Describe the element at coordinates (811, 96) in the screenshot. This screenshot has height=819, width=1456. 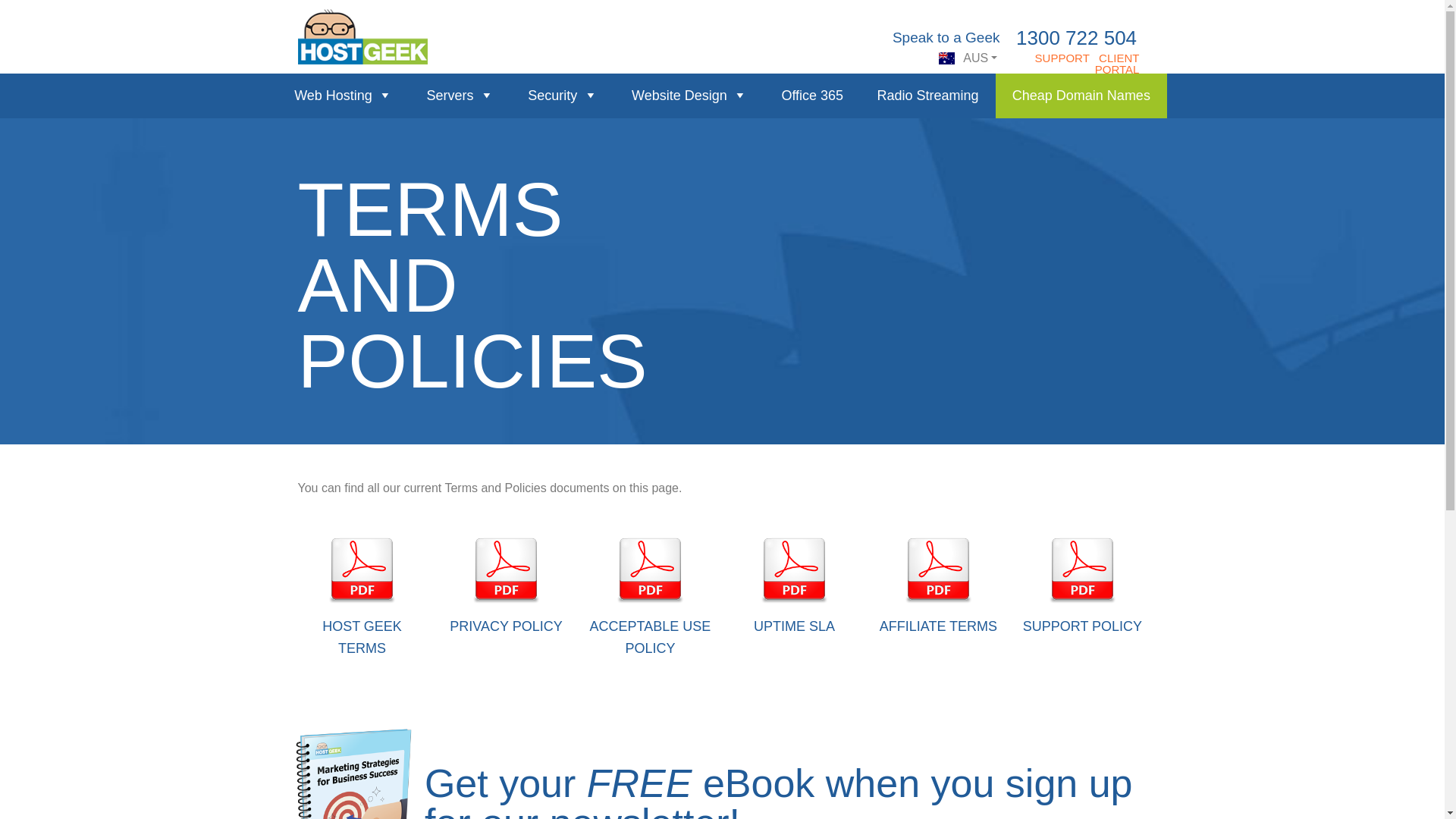
I see `'Office 365'` at that location.